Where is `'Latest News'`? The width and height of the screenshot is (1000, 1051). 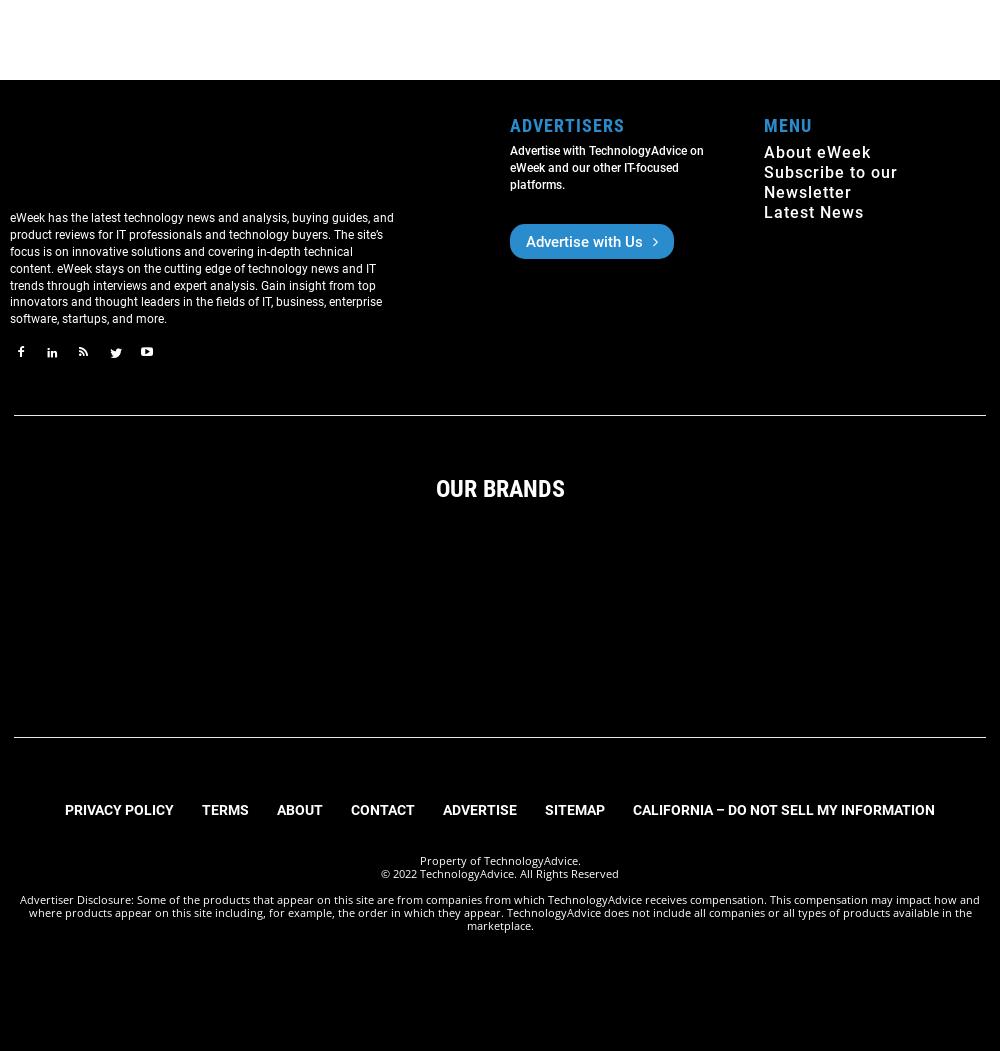
'Latest News' is located at coordinates (813, 211).